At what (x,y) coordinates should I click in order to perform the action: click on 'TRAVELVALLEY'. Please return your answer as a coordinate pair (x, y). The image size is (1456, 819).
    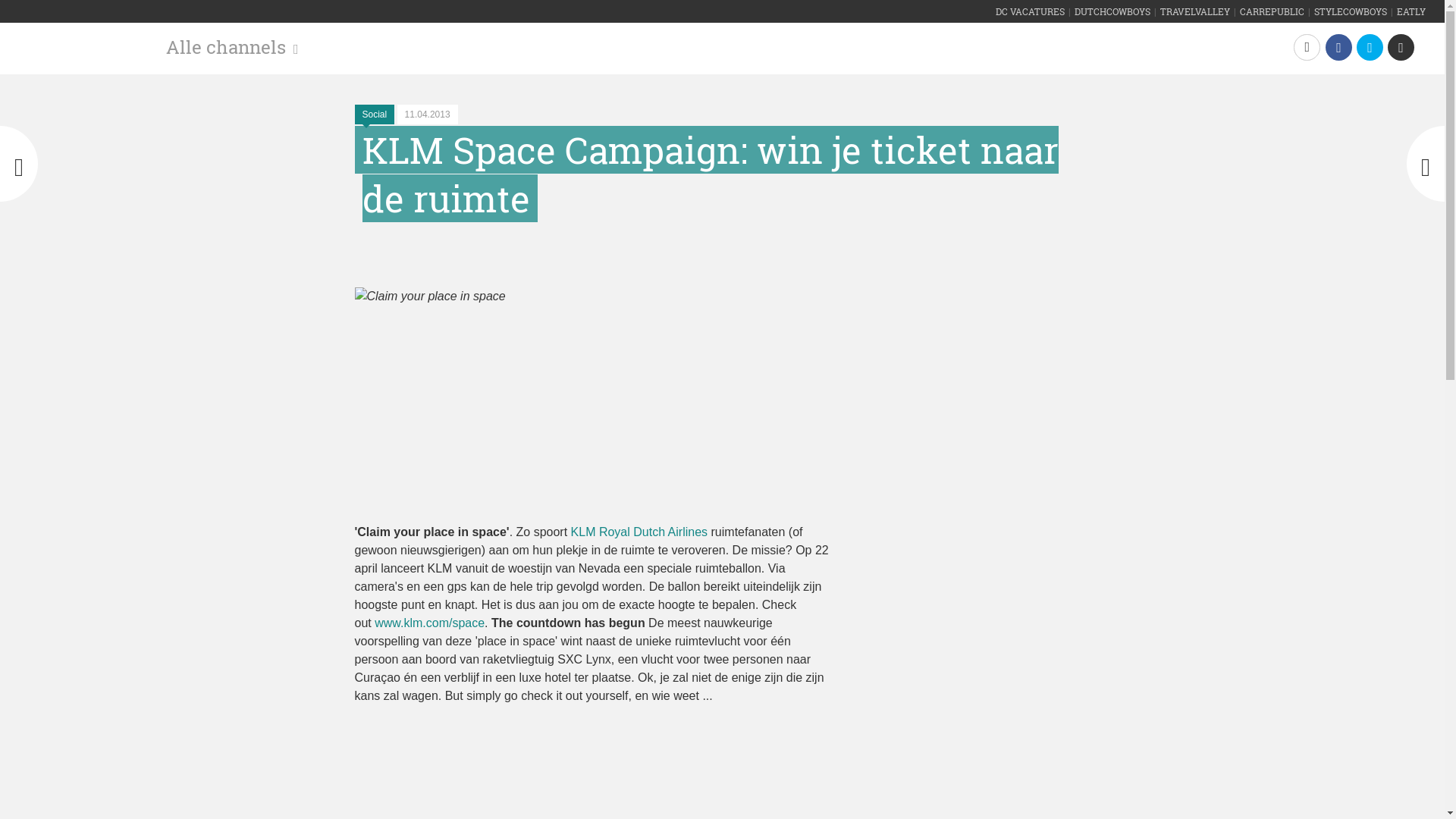
    Looking at the image, I should click on (1194, 11).